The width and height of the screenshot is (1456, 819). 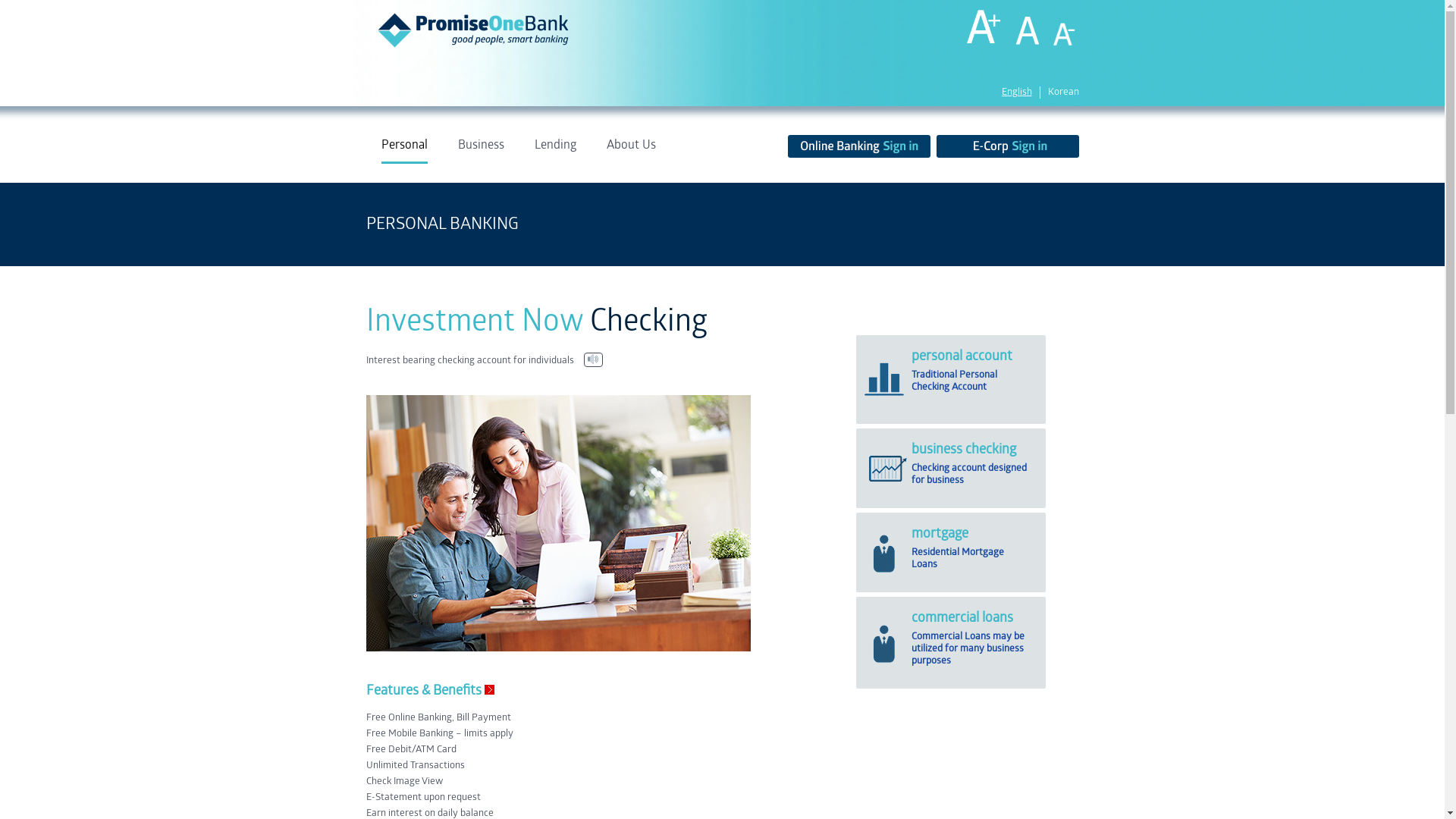 What do you see at coordinates (1062, 93) in the screenshot?
I see `'Korean'` at bounding box center [1062, 93].